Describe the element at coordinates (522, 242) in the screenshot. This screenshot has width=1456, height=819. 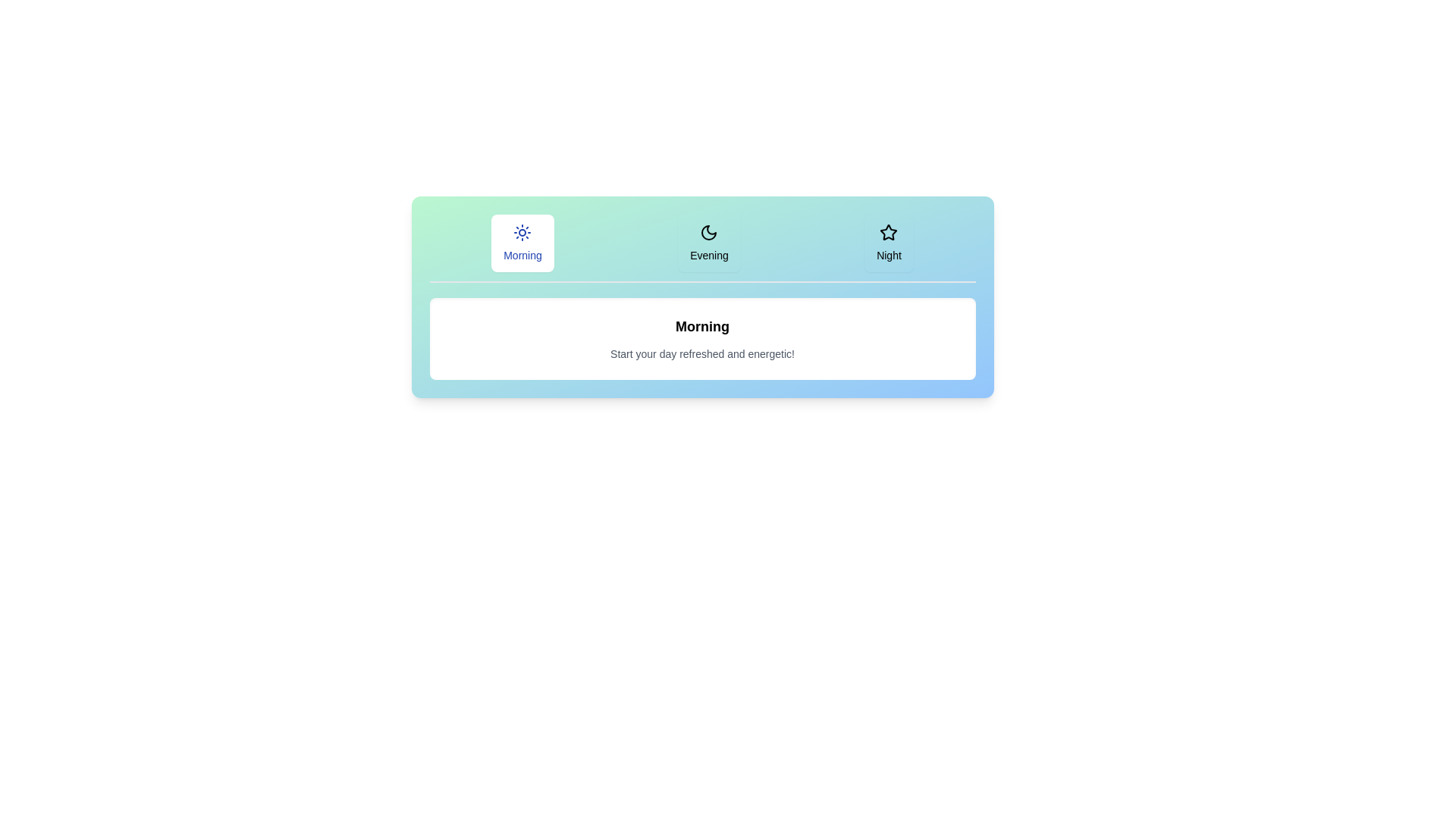
I see `the tab labeled Morning to select it` at that location.